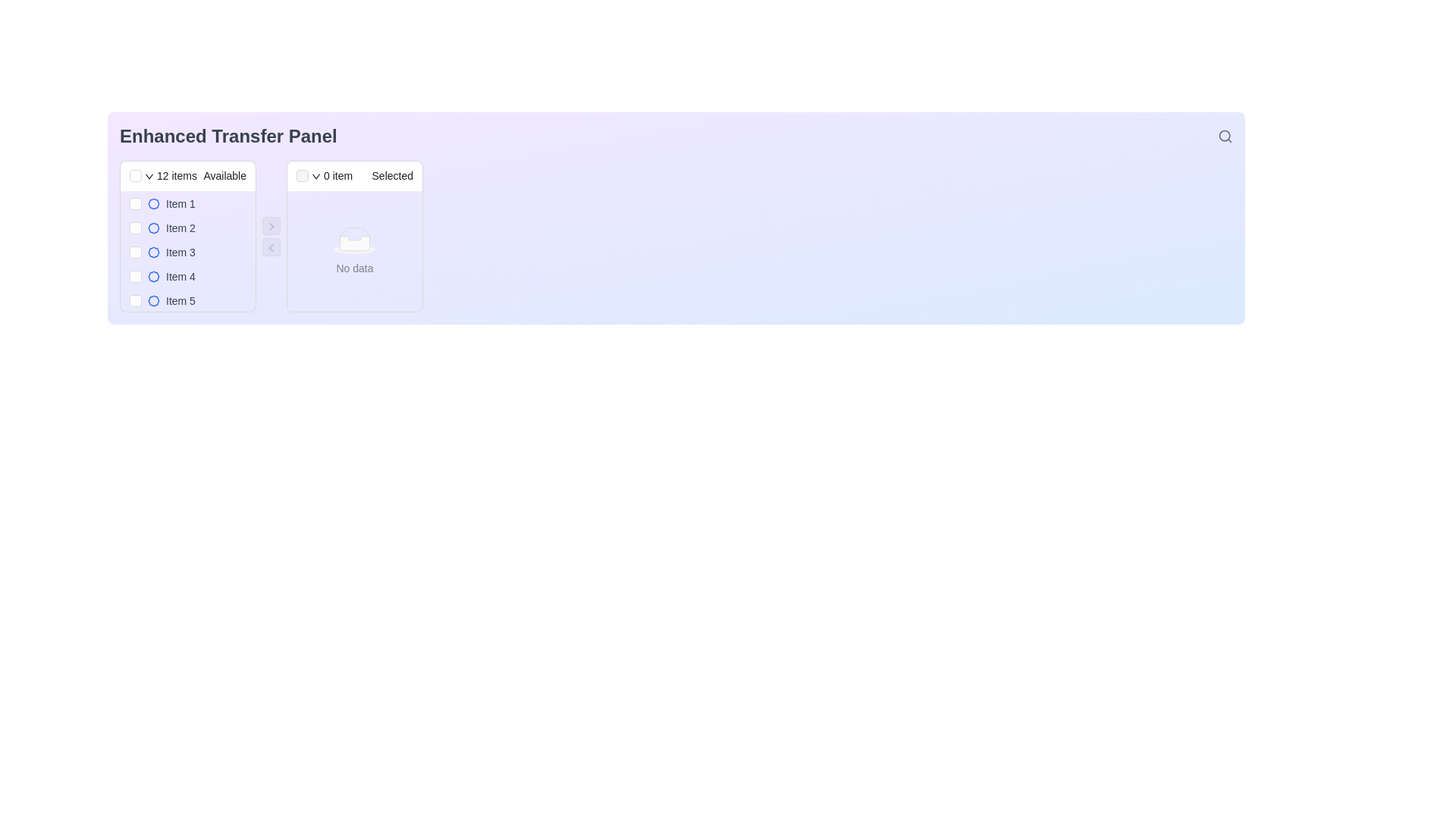 The image size is (1456, 819). What do you see at coordinates (180, 277) in the screenshot?
I see `the text label identifying the fourth selectable item in the list under 'Enhanced Transfer Panel'` at bounding box center [180, 277].